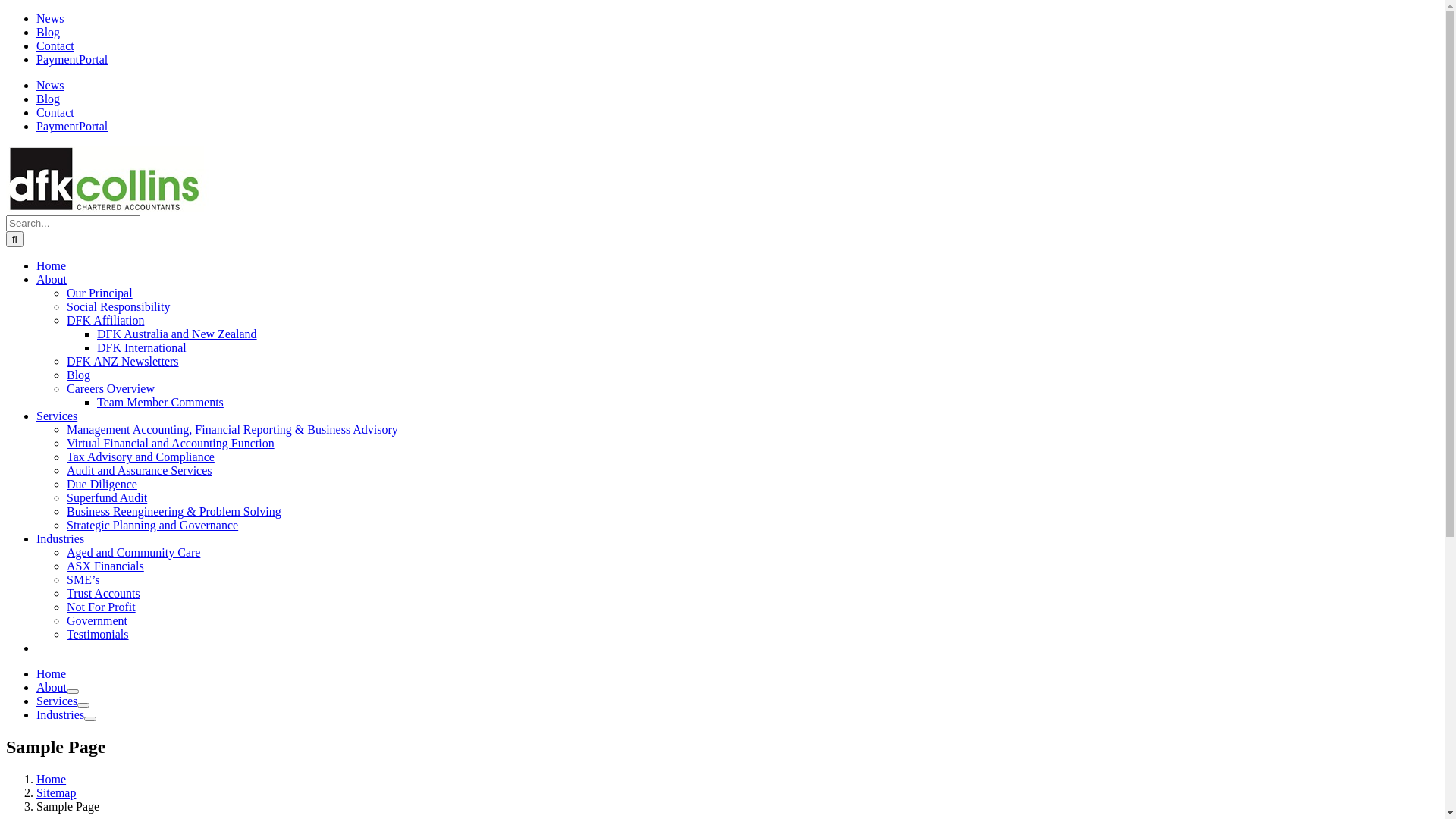 This screenshot has height=819, width=1456. Describe the element at coordinates (171, 443) in the screenshot. I see `'Virtual Financial and Accounting Function'` at that location.